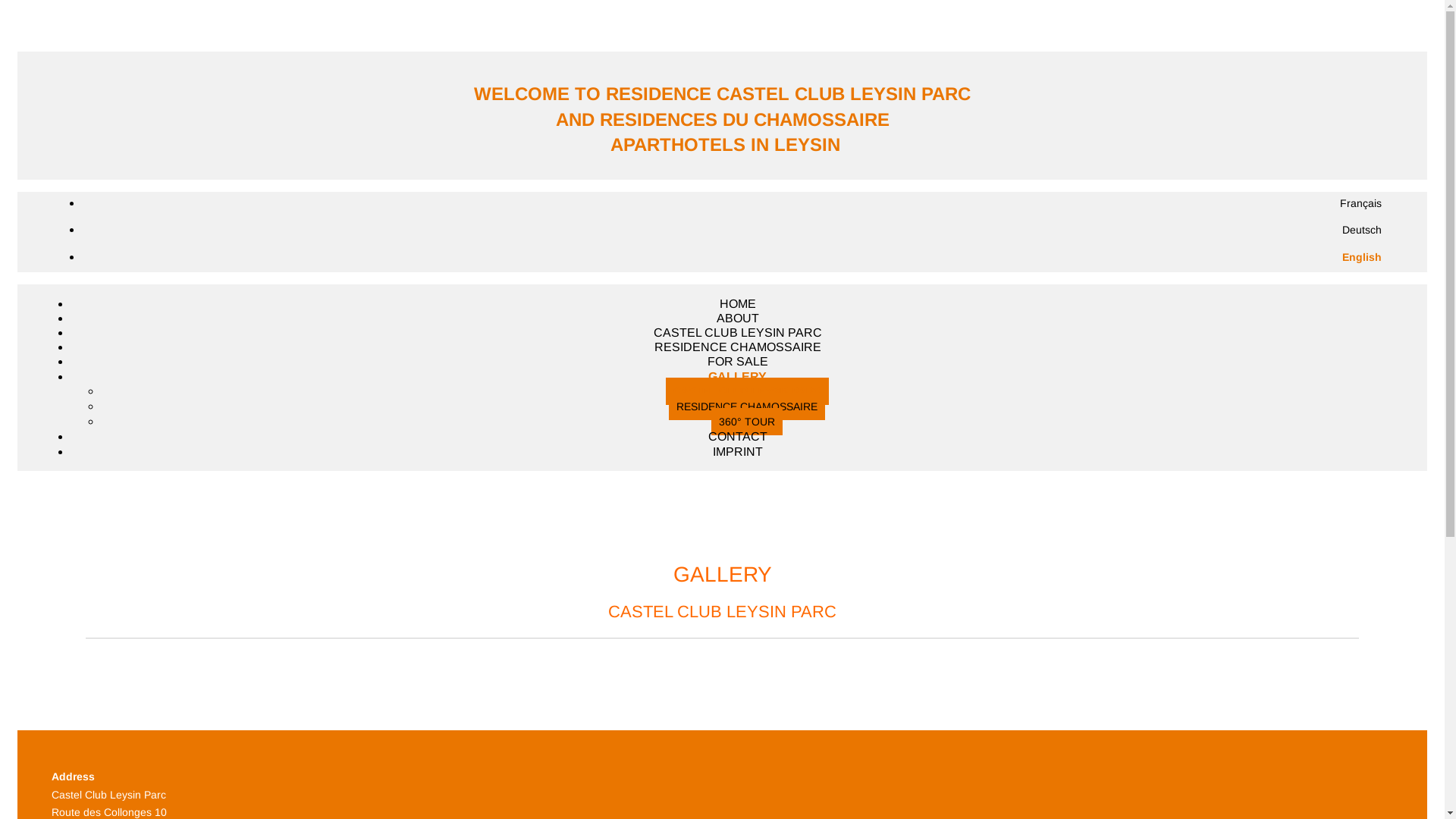 This screenshot has height=819, width=1456. What do you see at coordinates (1361, 230) in the screenshot?
I see `'Deutsch'` at bounding box center [1361, 230].